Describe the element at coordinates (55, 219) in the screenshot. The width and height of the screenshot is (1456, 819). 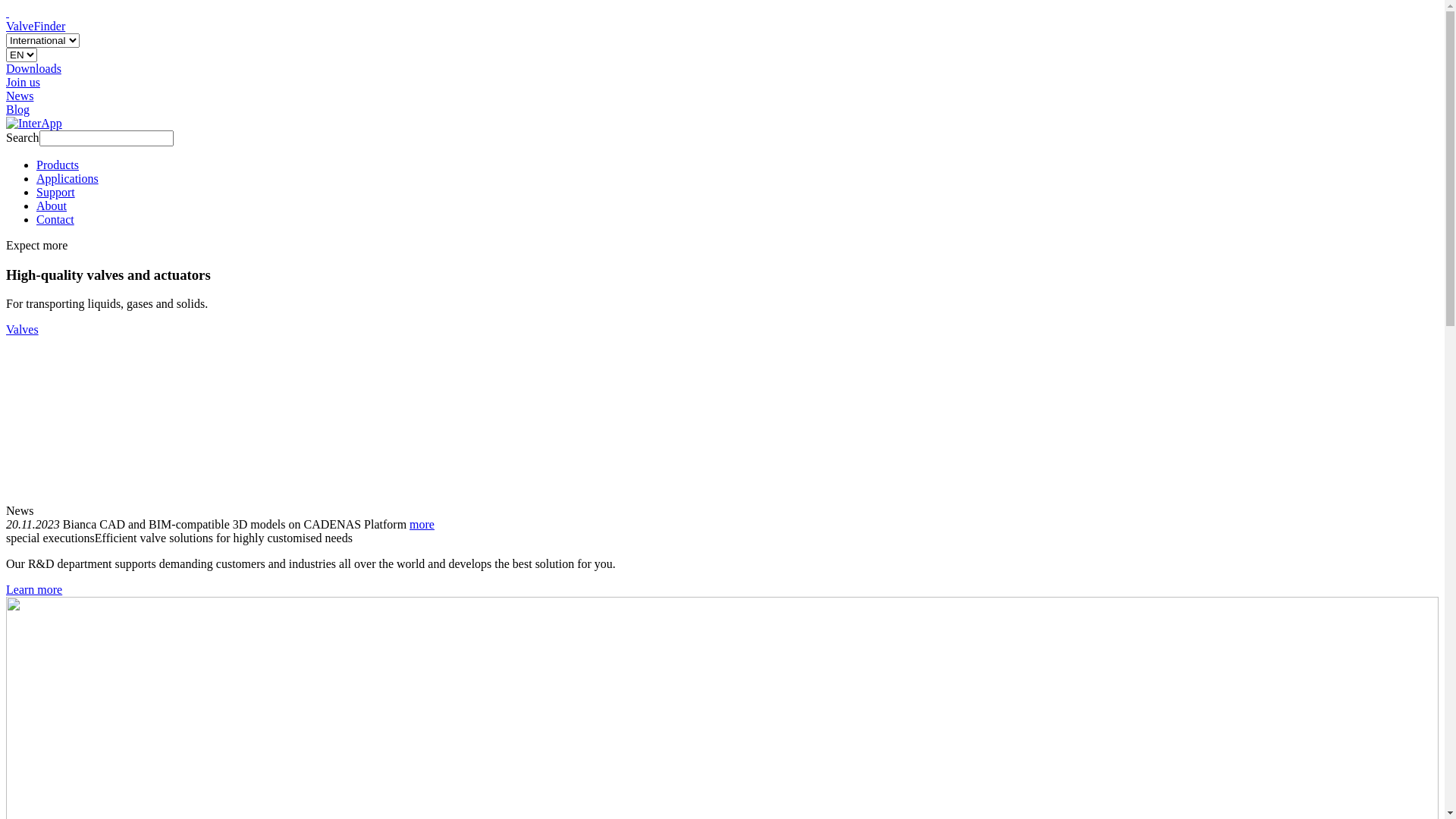
I see `'Contact'` at that location.